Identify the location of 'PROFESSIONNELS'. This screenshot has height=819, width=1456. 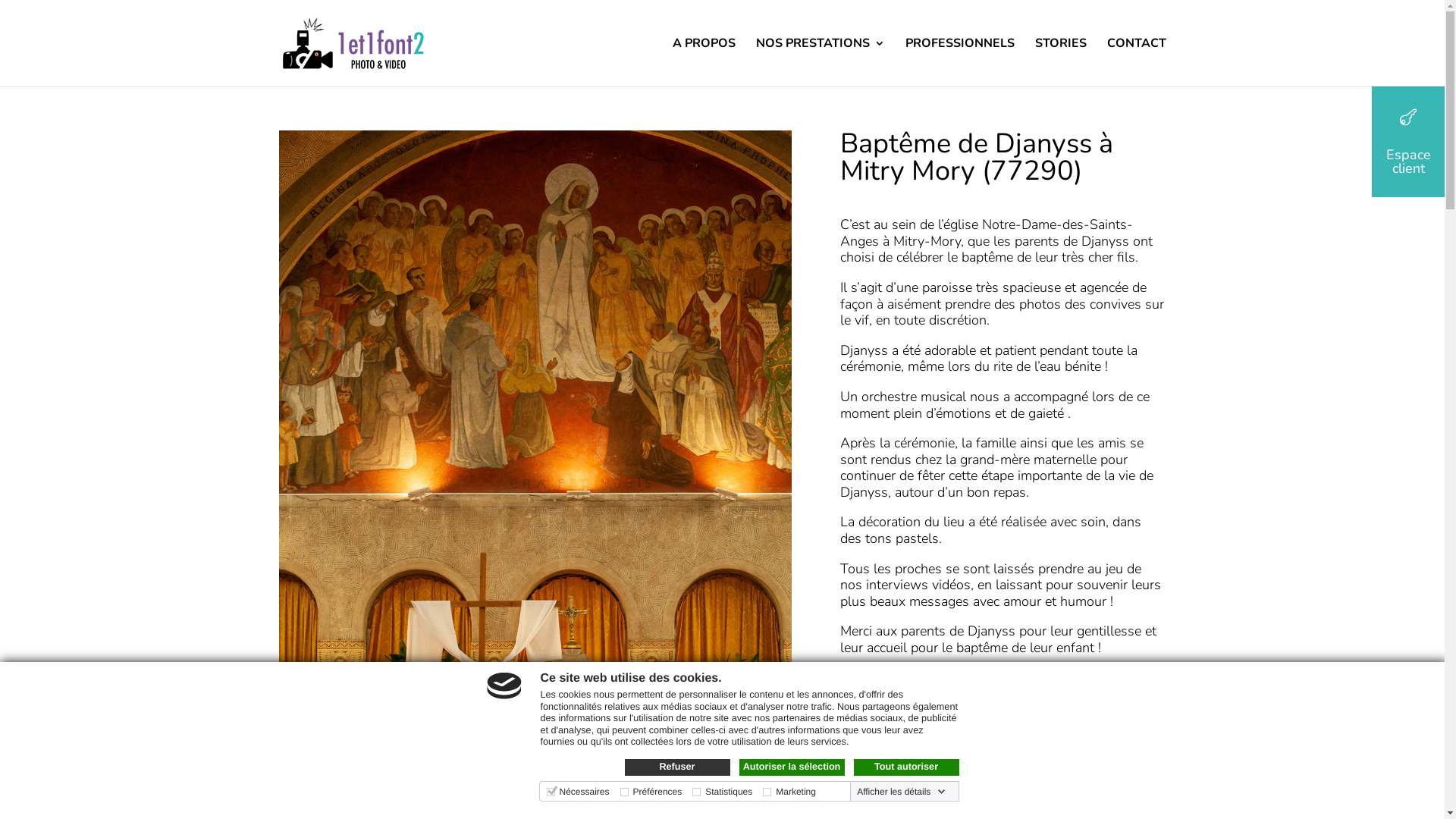
(959, 61).